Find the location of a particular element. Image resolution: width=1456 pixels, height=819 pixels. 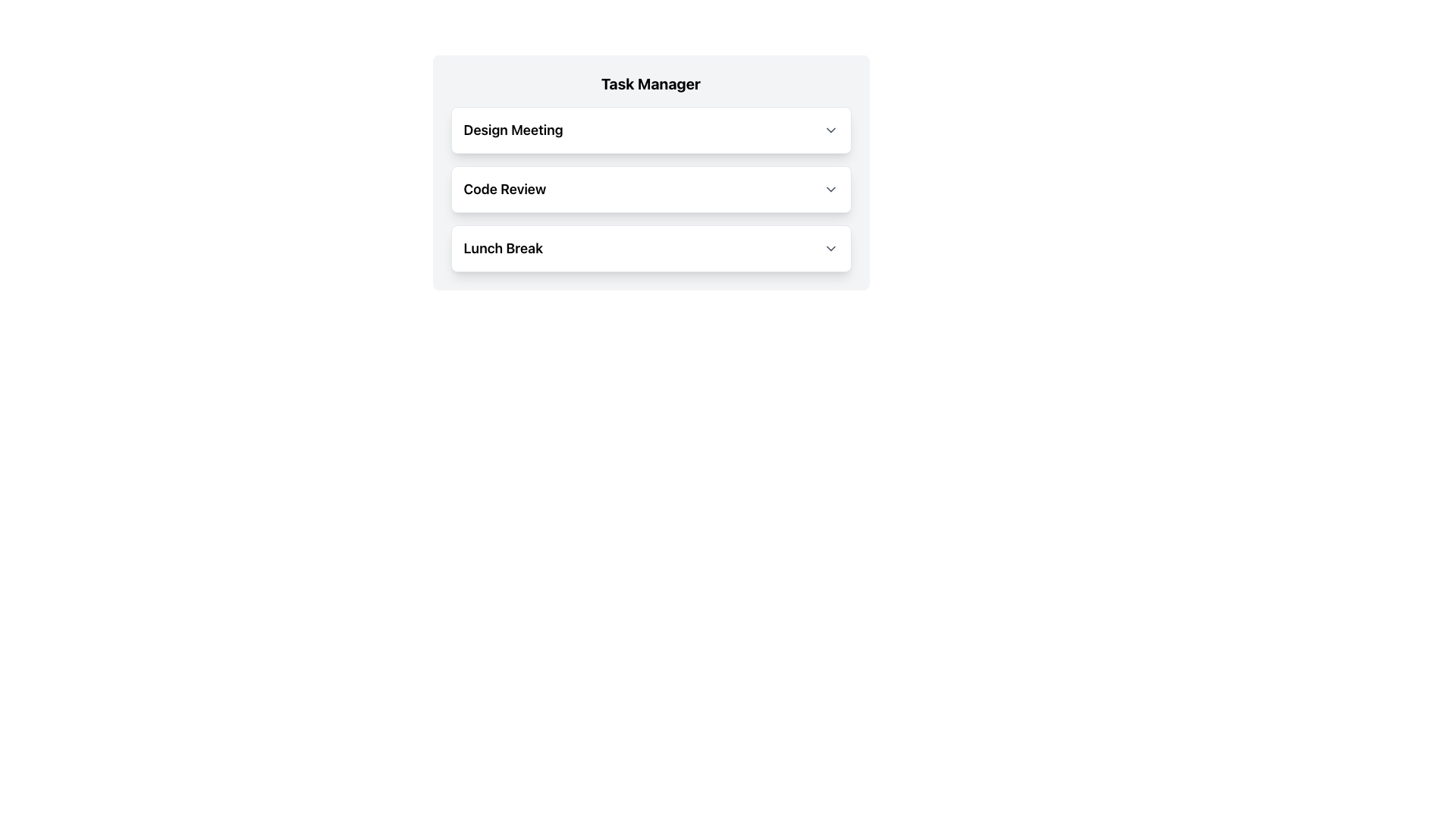

the downward-facing chevron icon located to the far right of the 'Lunch Break' text is located at coordinates (830, 247).